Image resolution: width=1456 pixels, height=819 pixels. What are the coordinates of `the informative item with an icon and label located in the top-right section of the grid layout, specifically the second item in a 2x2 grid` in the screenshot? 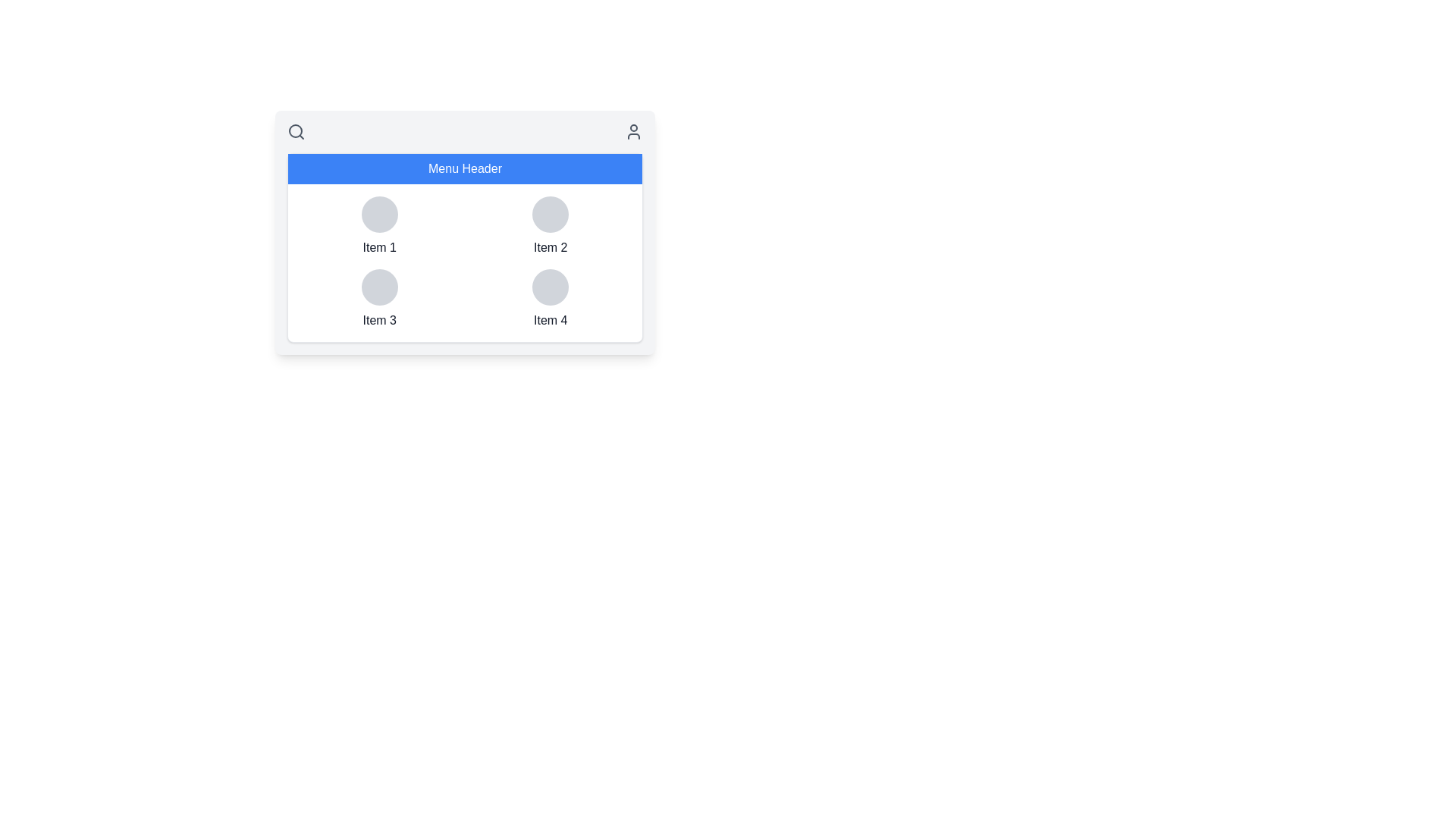 It's located at (550, 227).